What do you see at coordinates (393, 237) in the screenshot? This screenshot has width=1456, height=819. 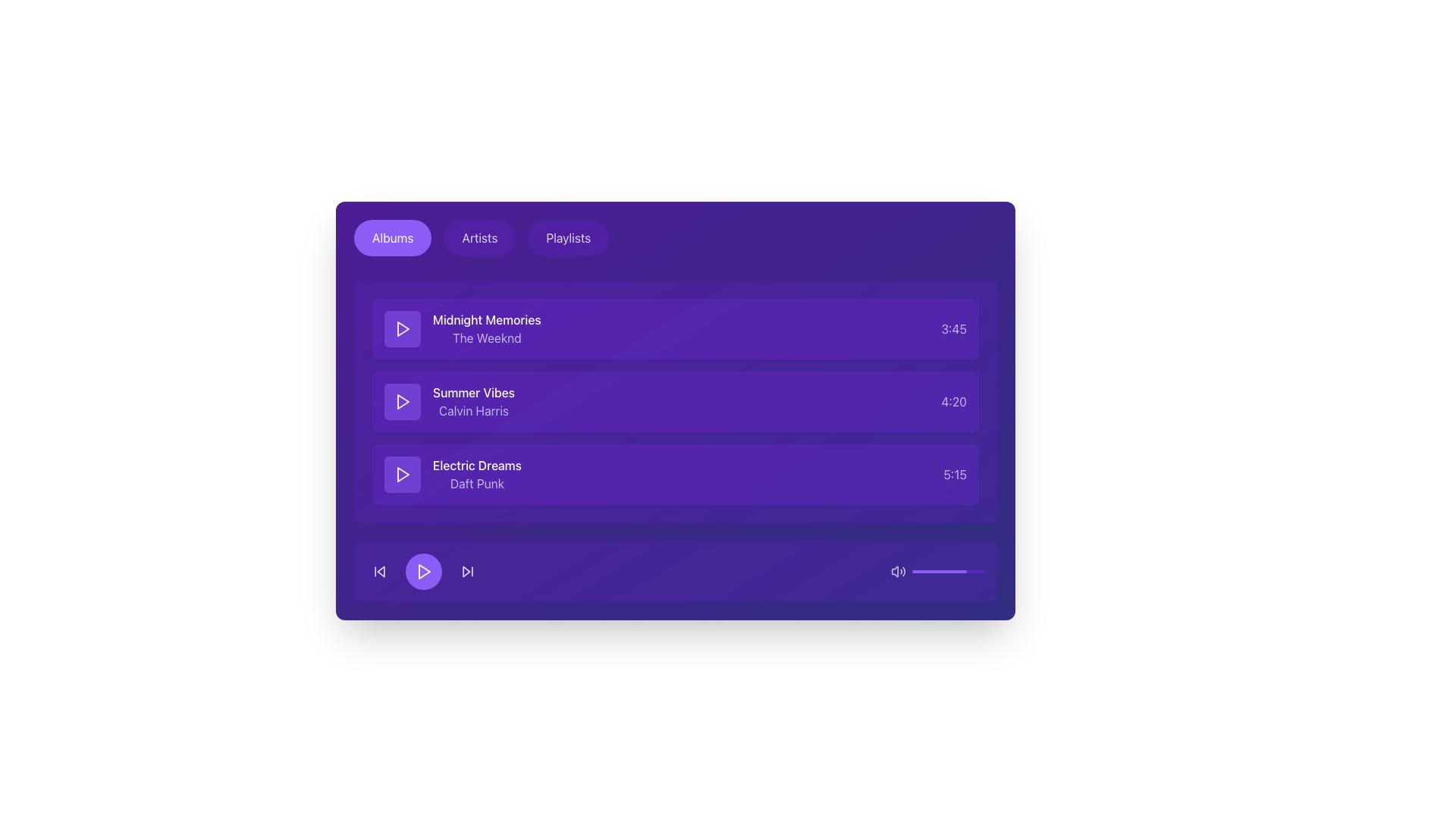 I see `the pill-shaped button labeled 'Albums' with a filled violet background to switch tabs` at bounding box center [393, 237].